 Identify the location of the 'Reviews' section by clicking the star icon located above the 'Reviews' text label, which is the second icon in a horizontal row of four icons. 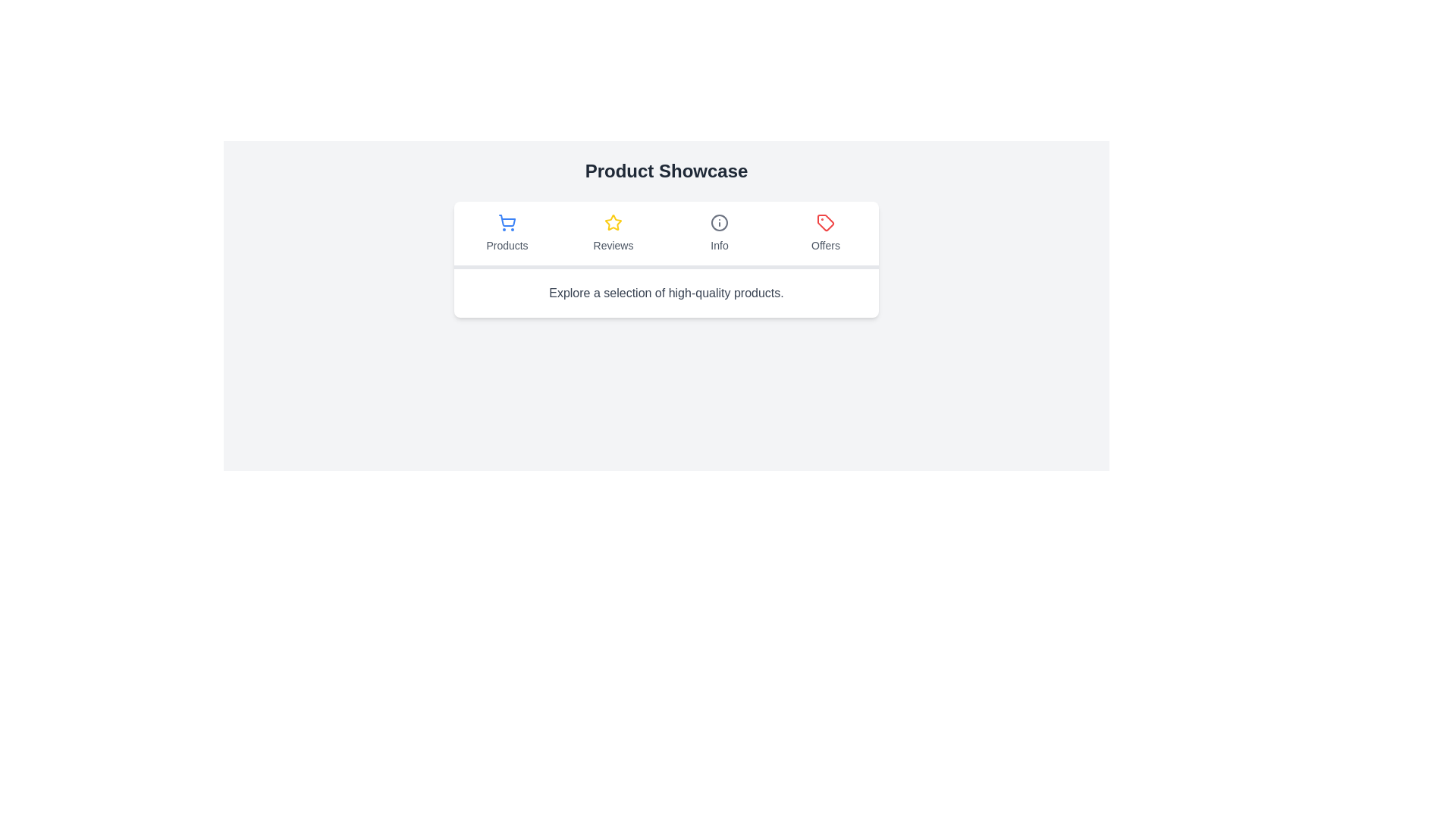
(613, 222).